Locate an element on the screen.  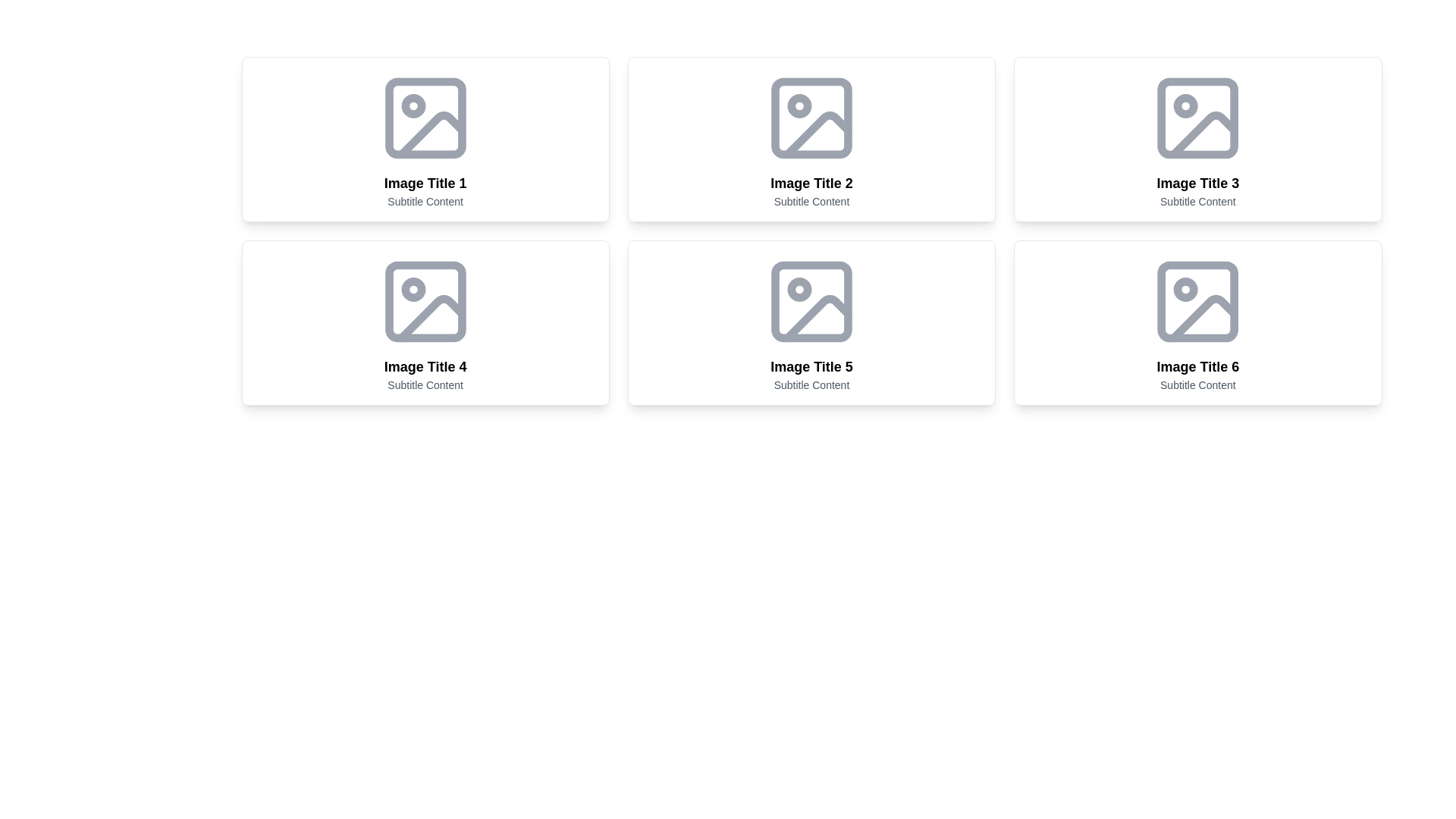
the text label displaying 'Subtitle Content' in gray color, located under the 'Image Title 4' heading in the fourth card of the grid is located at coordinates (425, 384).